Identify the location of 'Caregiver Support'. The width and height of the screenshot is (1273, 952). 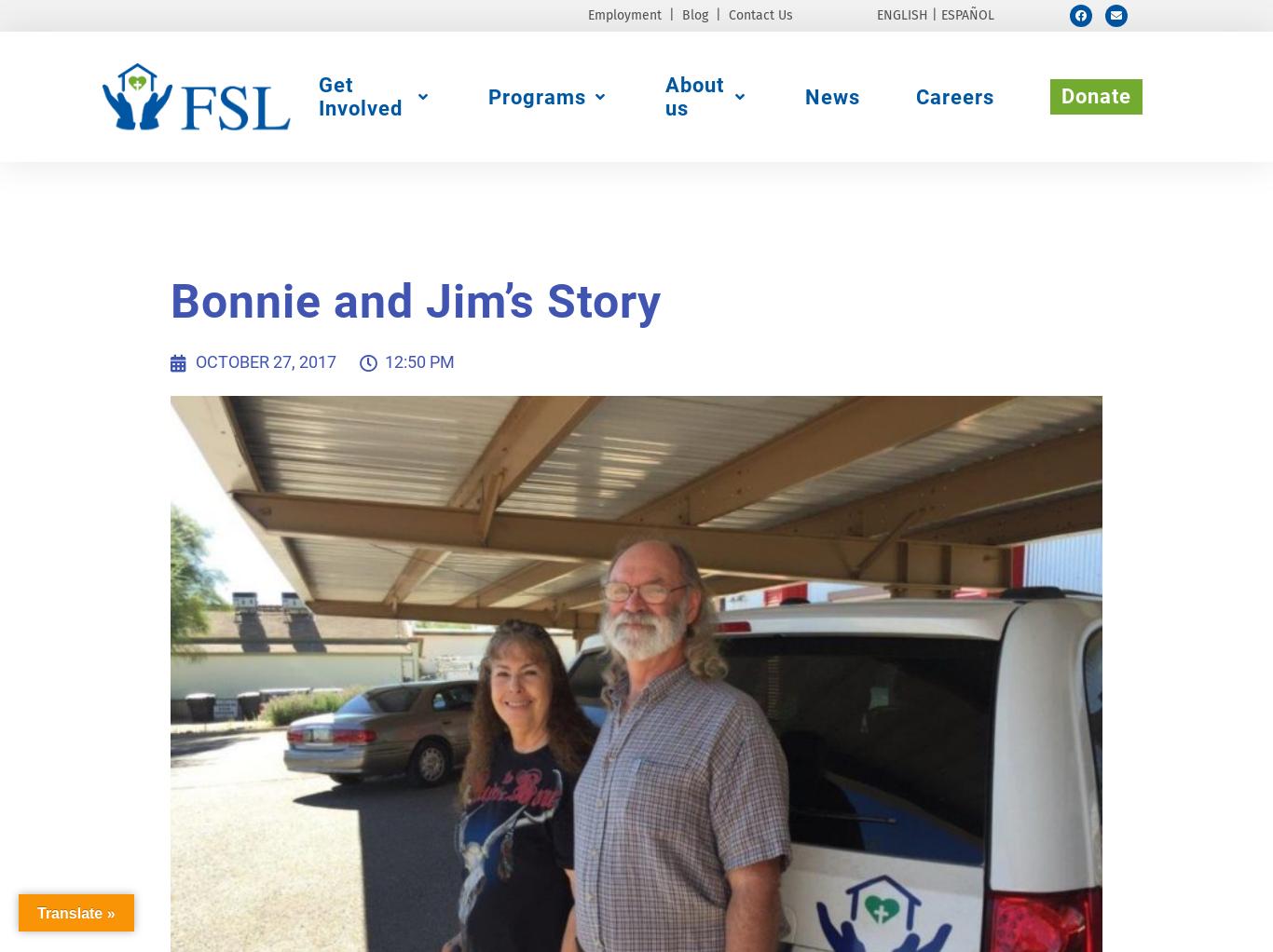
(933, 184).